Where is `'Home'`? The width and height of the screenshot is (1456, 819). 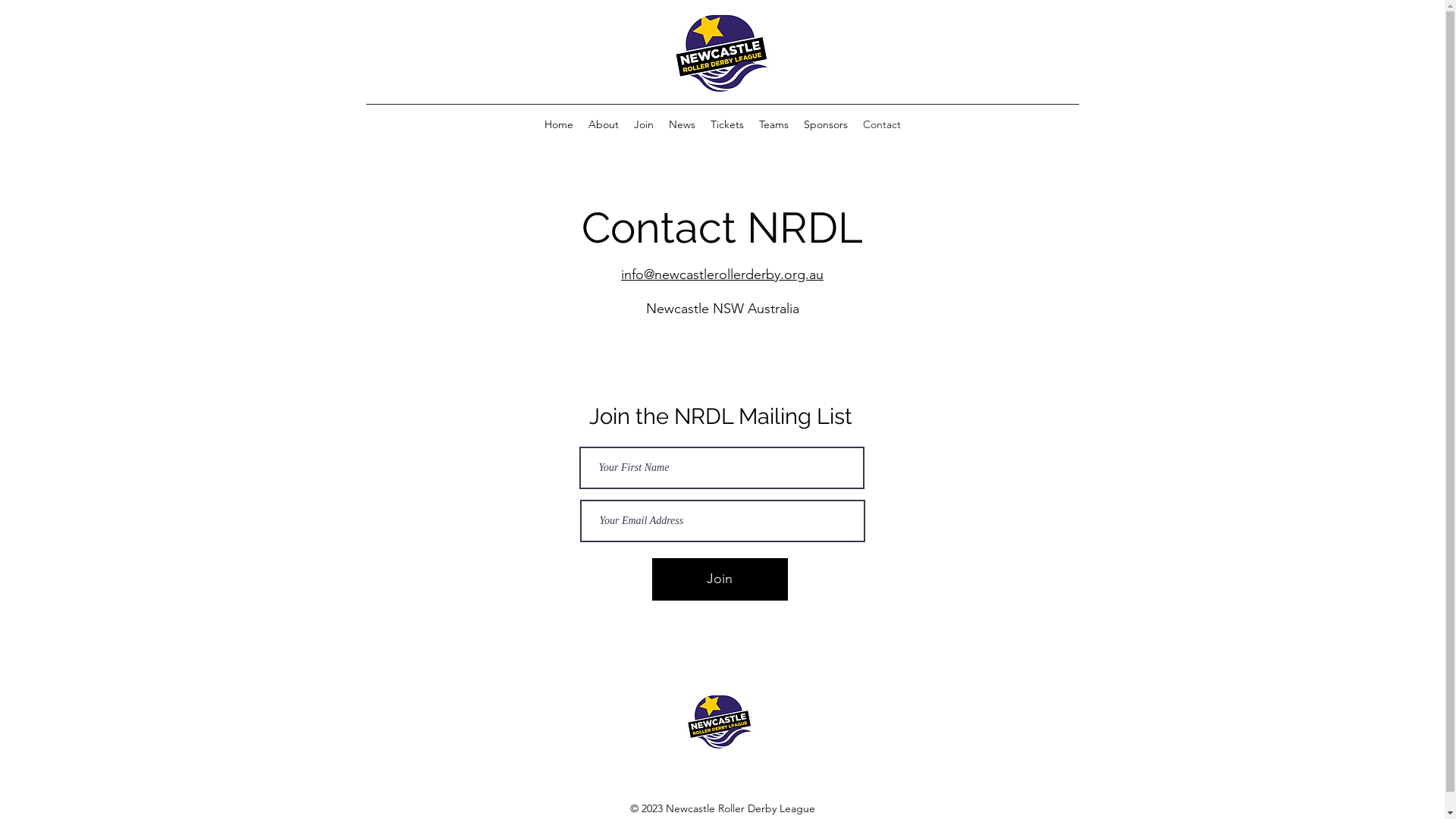 'Home' is located at coordinates (558, 124).